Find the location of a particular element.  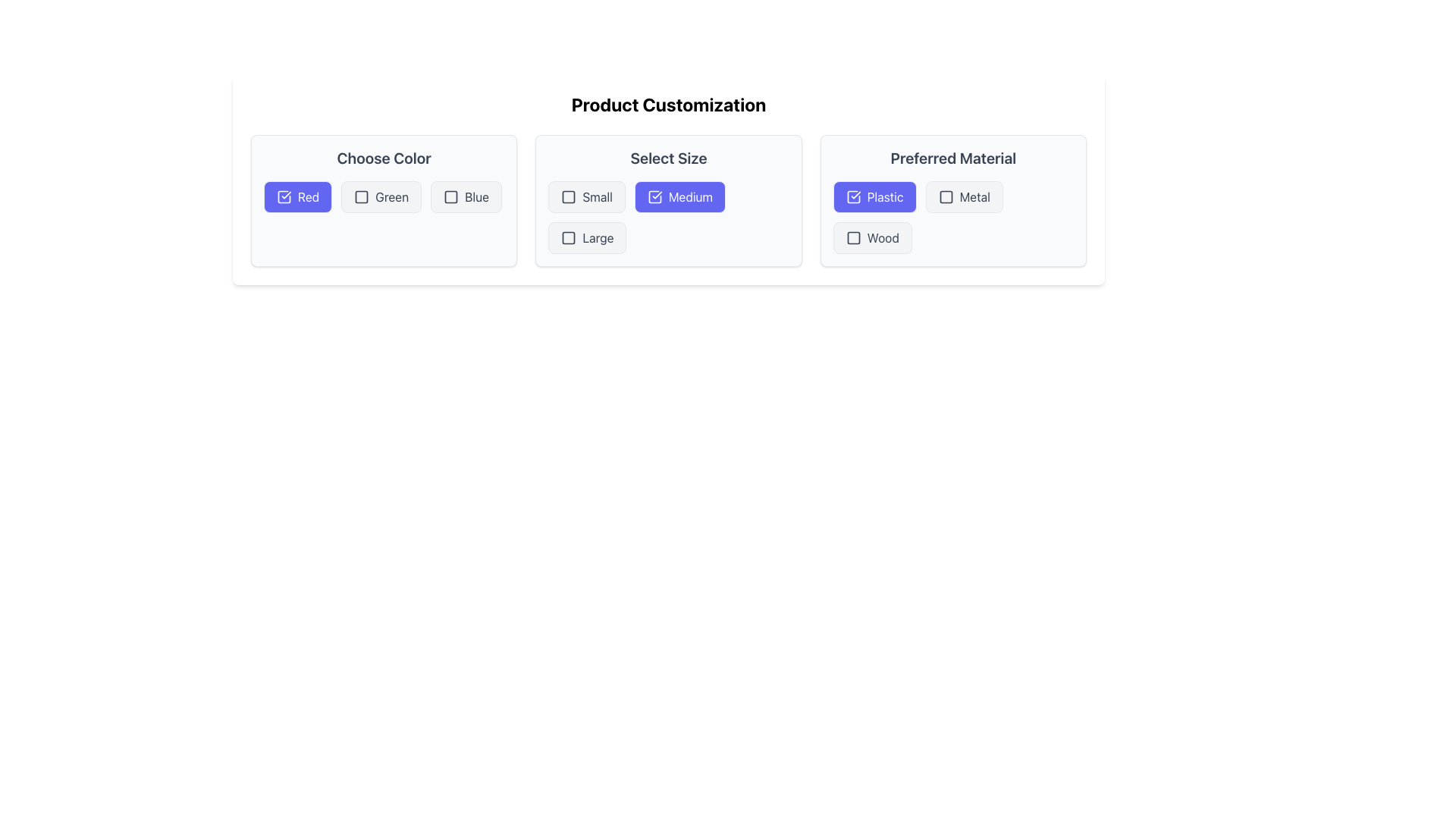

the checkbox located within the 'Large' option button in the 'Select Size' section, which is represented as a square outline with rounded corners and no fill, styled with a thin border line is located at coordinates (568, 237).